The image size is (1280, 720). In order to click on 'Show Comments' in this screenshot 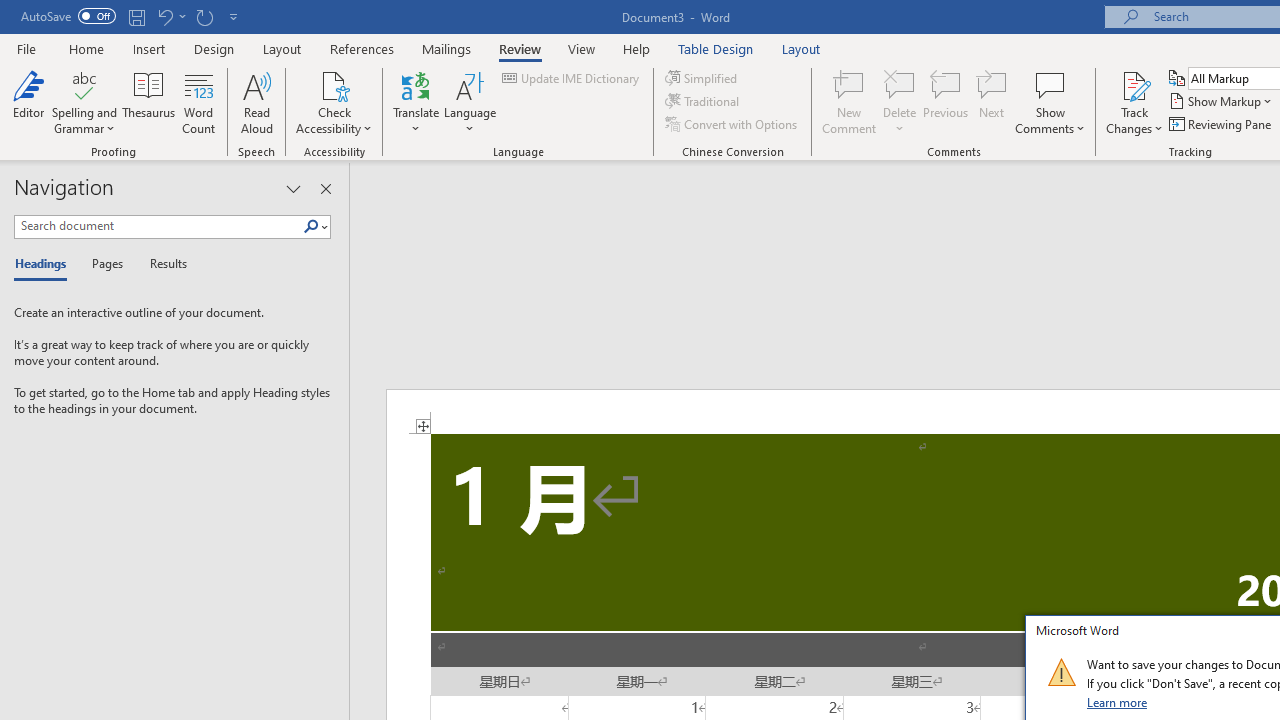, I will do `click(1049, 84)`.